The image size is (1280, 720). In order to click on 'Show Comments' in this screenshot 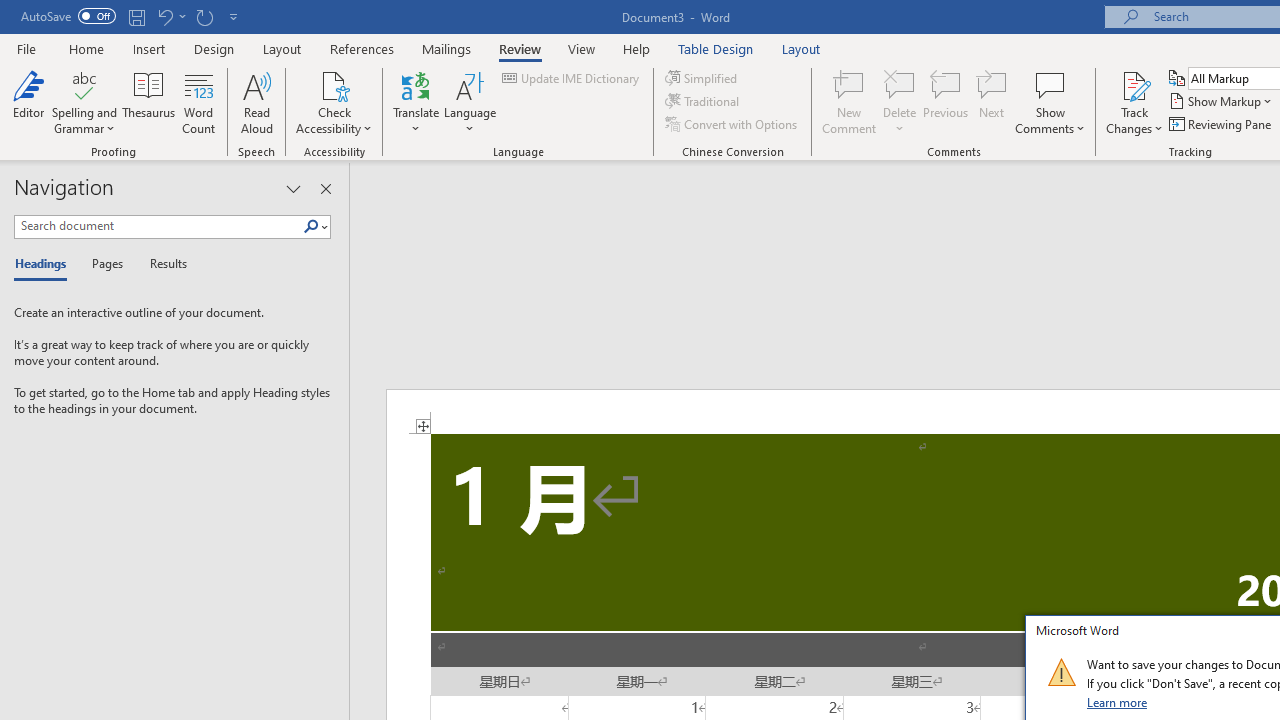, I will do `click(1049, 84)`.